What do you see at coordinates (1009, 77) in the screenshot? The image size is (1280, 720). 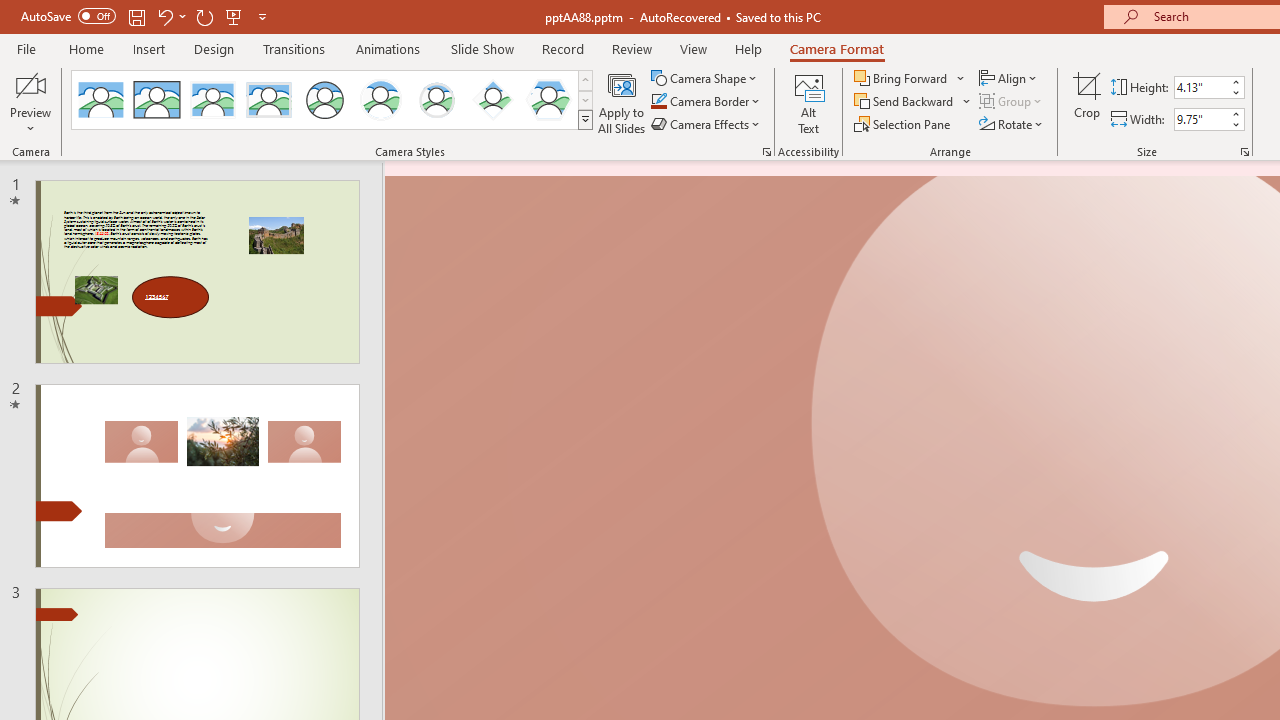 I see `'Align'` at bounding box center [1009, 77].